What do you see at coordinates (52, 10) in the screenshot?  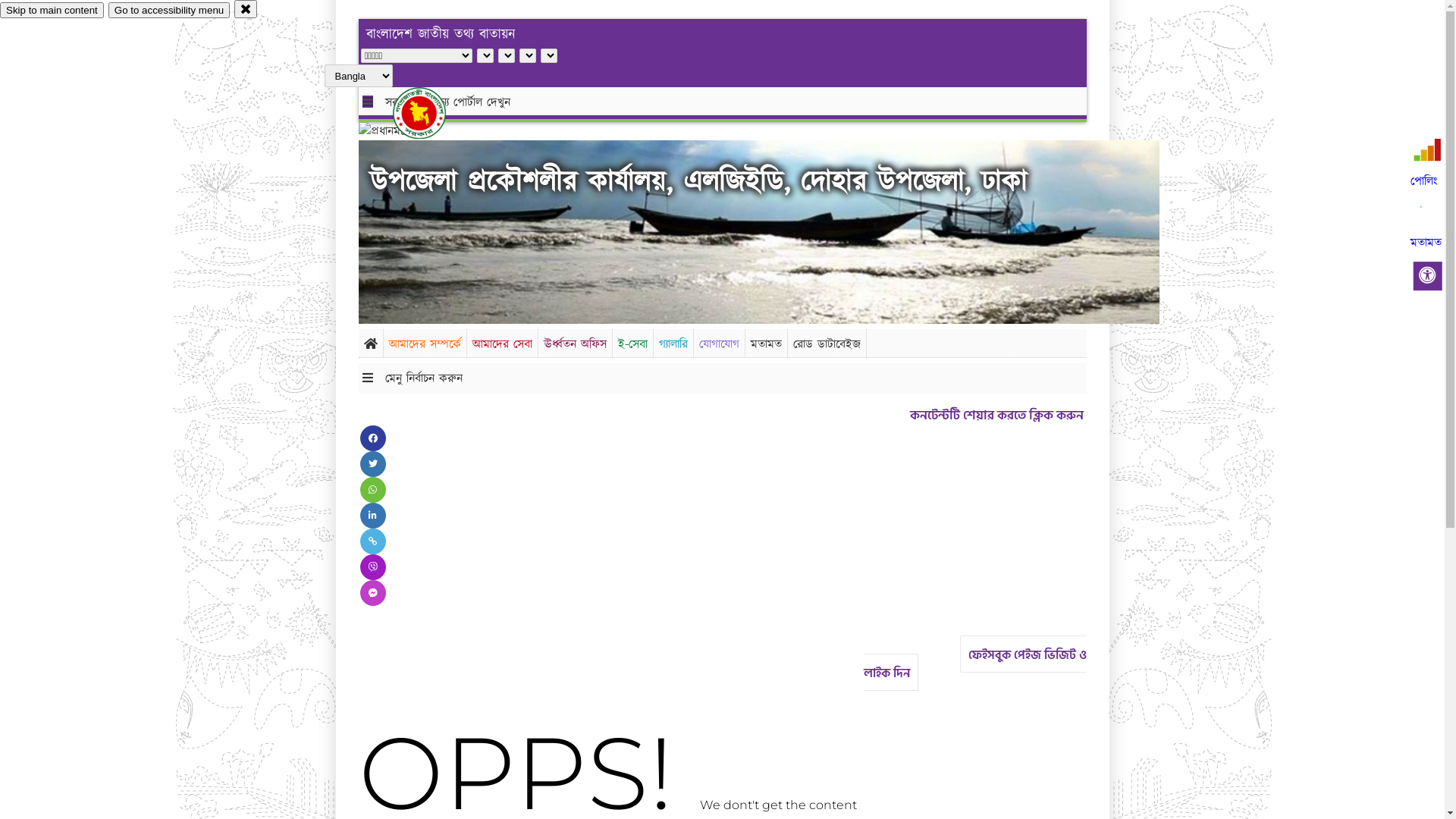 I see `'Skip to main content'` at bounding box center [52, 10].